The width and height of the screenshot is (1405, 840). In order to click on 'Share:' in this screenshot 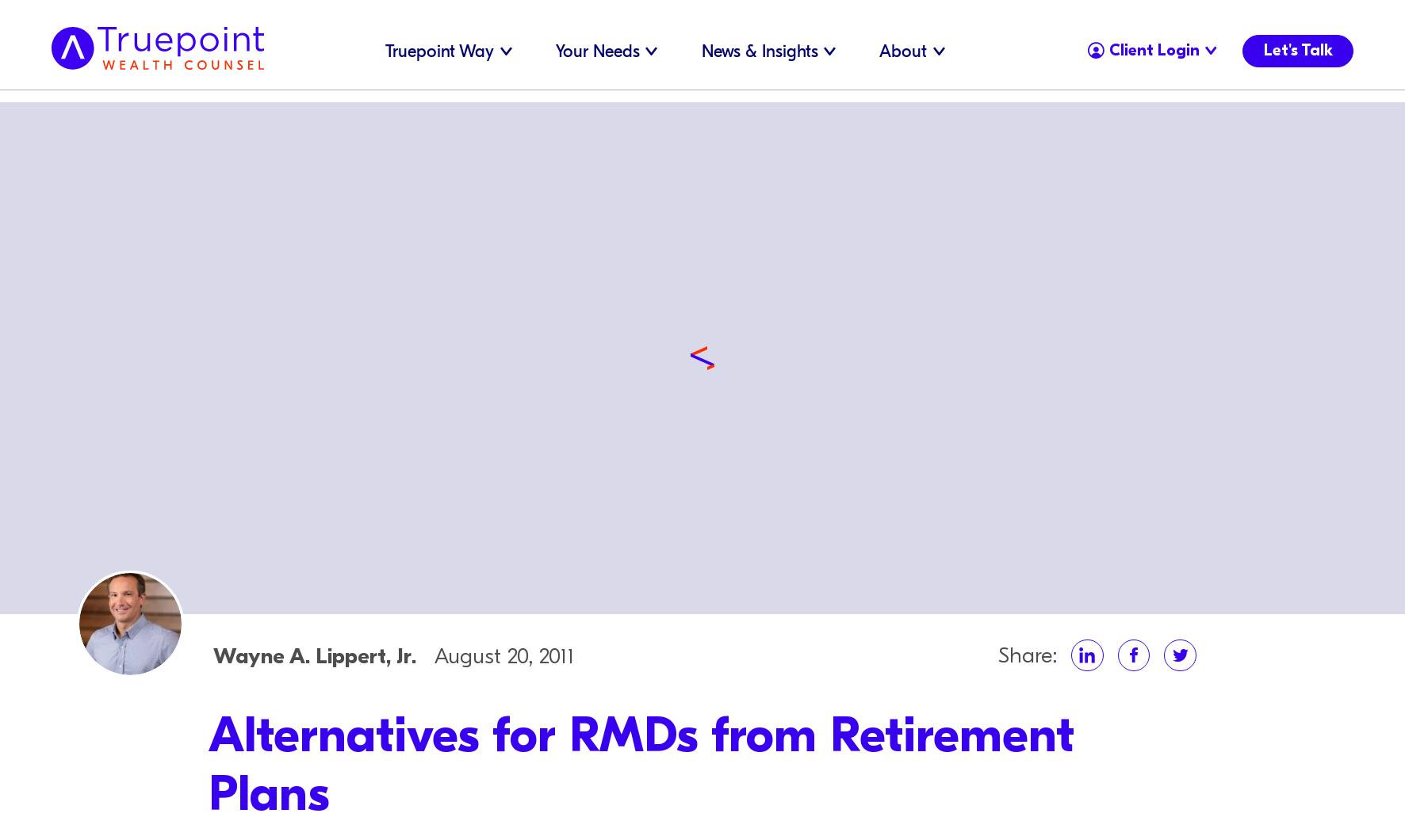, I will do `click(1028, 654)`.